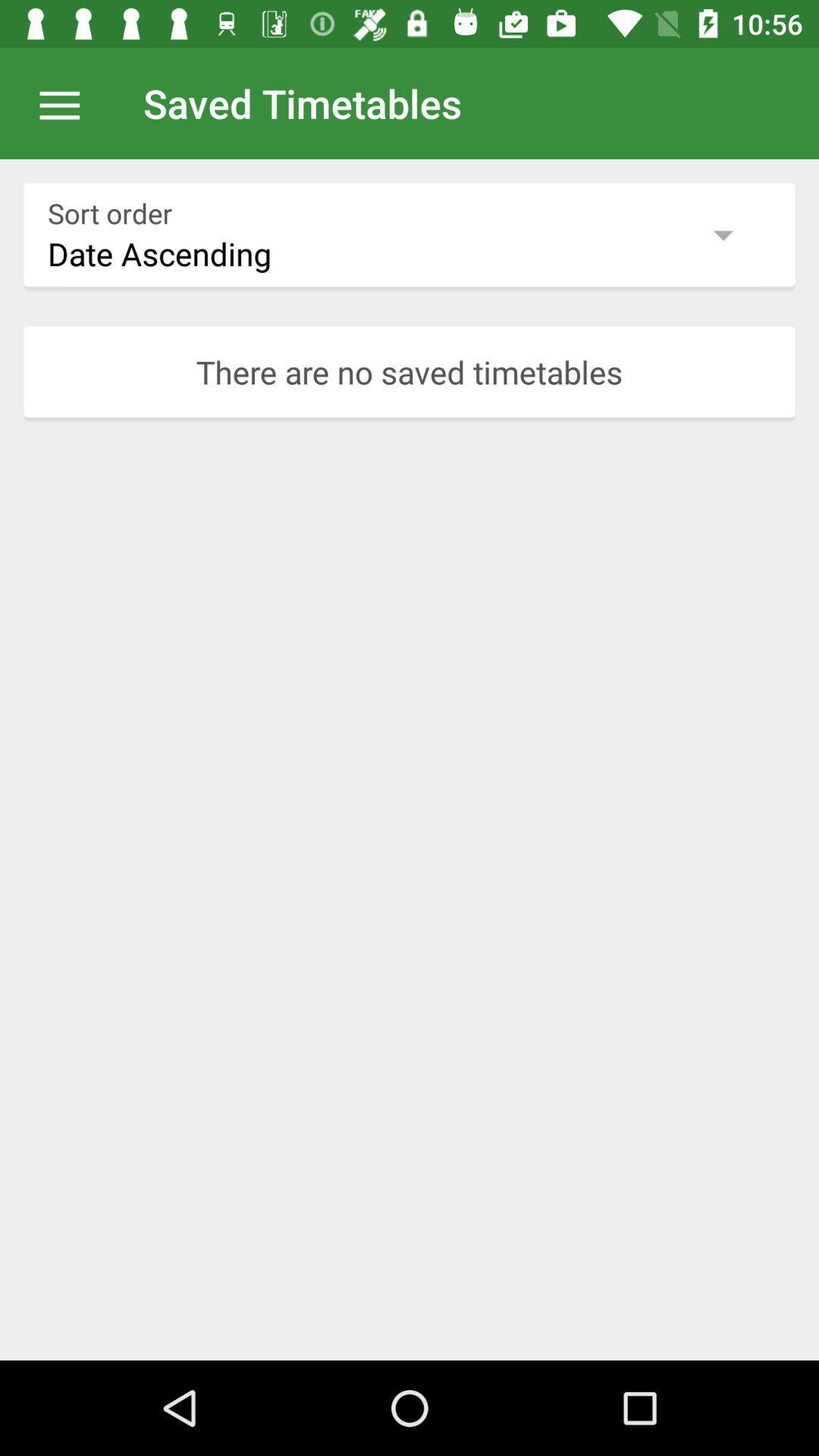 The width and height of the screenshot is (819, 1456). What do you see at coordinates (67, 102) in the screenshot?
I see `displays a list of options` at bounding box center [67, 102].